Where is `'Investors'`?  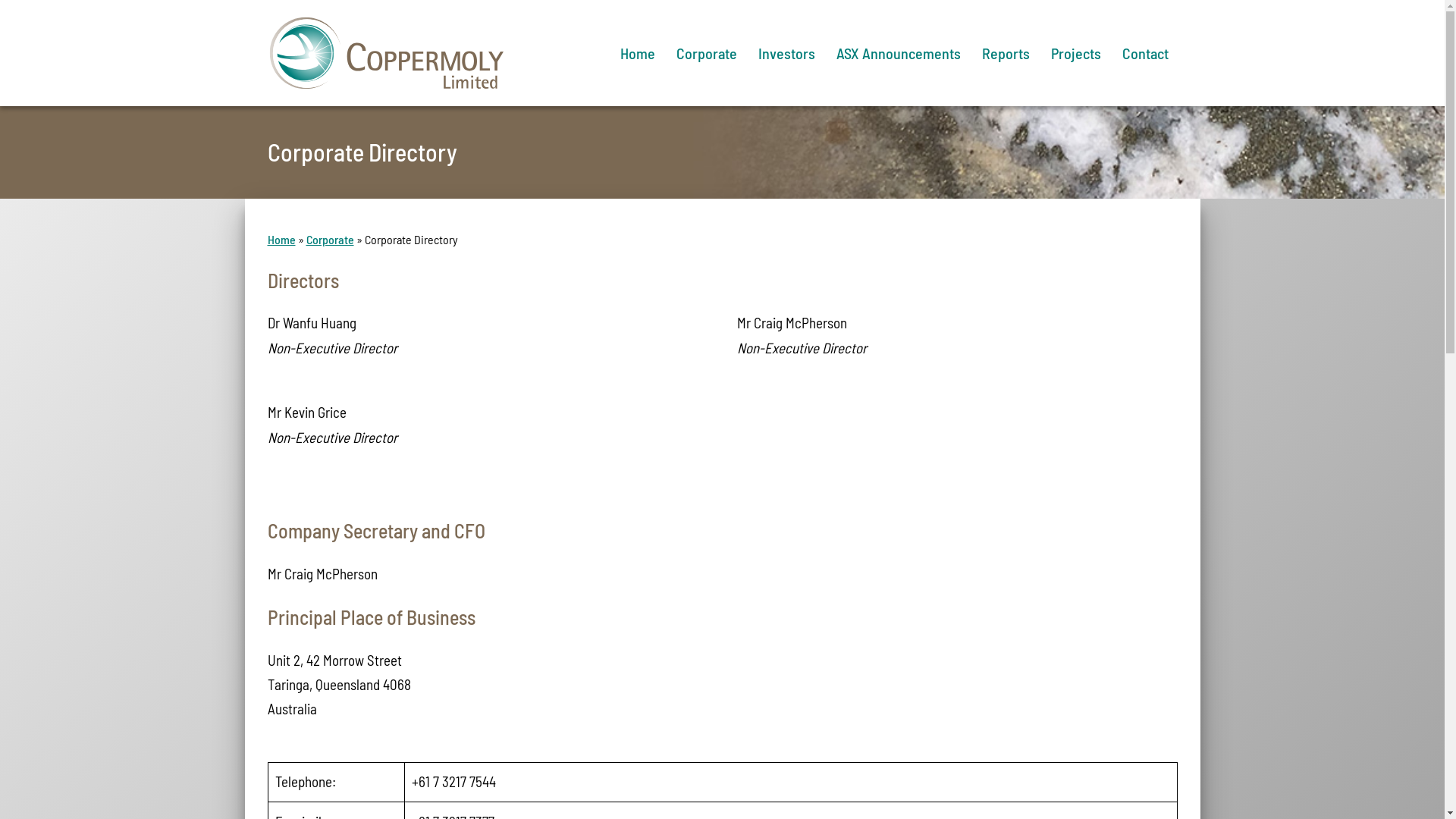
'Investors' is located at coordinates (786, 52).